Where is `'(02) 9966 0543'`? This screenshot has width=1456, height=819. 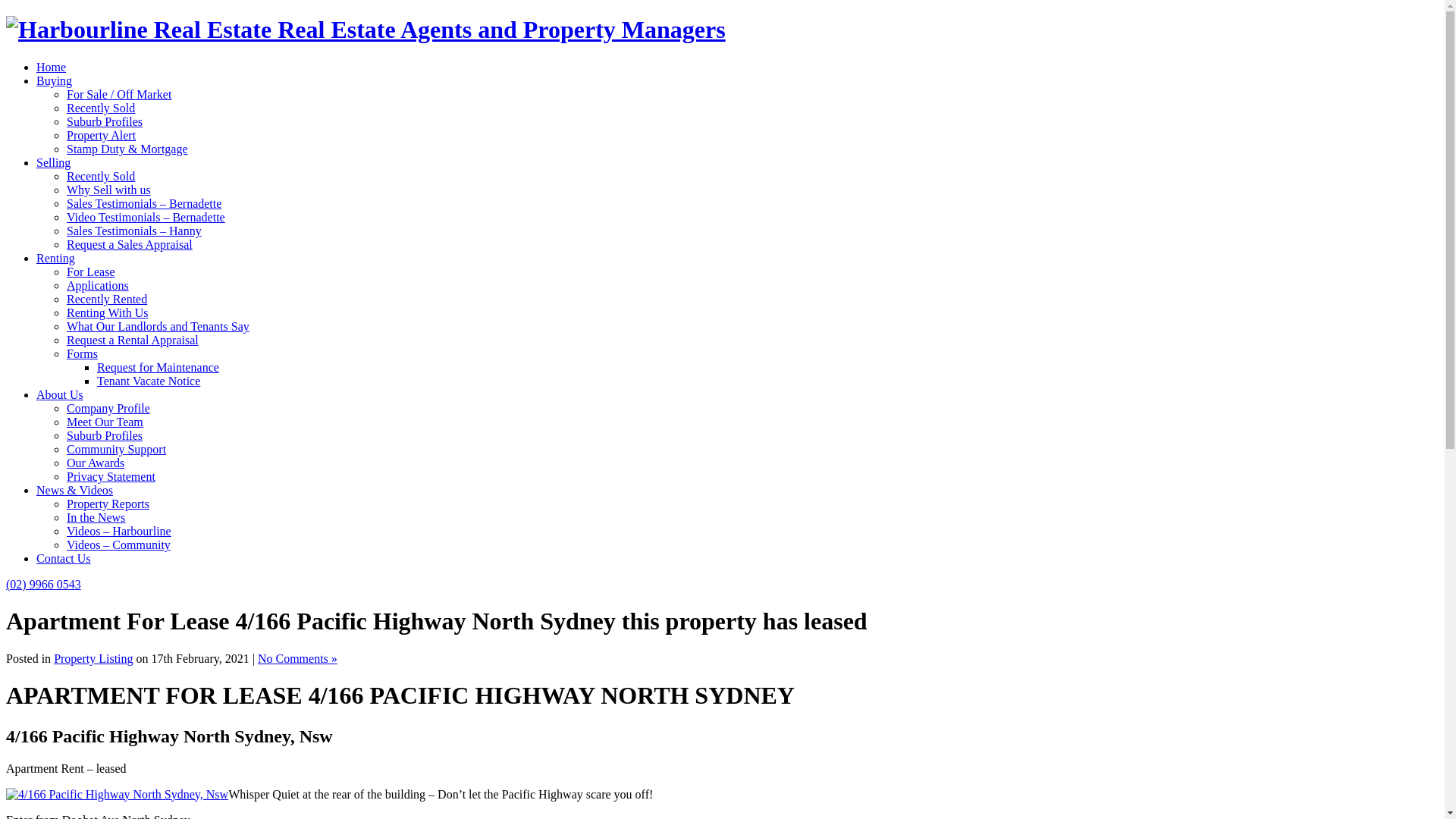 '(02) 9966 0543' is located at coordinates (6, 583).